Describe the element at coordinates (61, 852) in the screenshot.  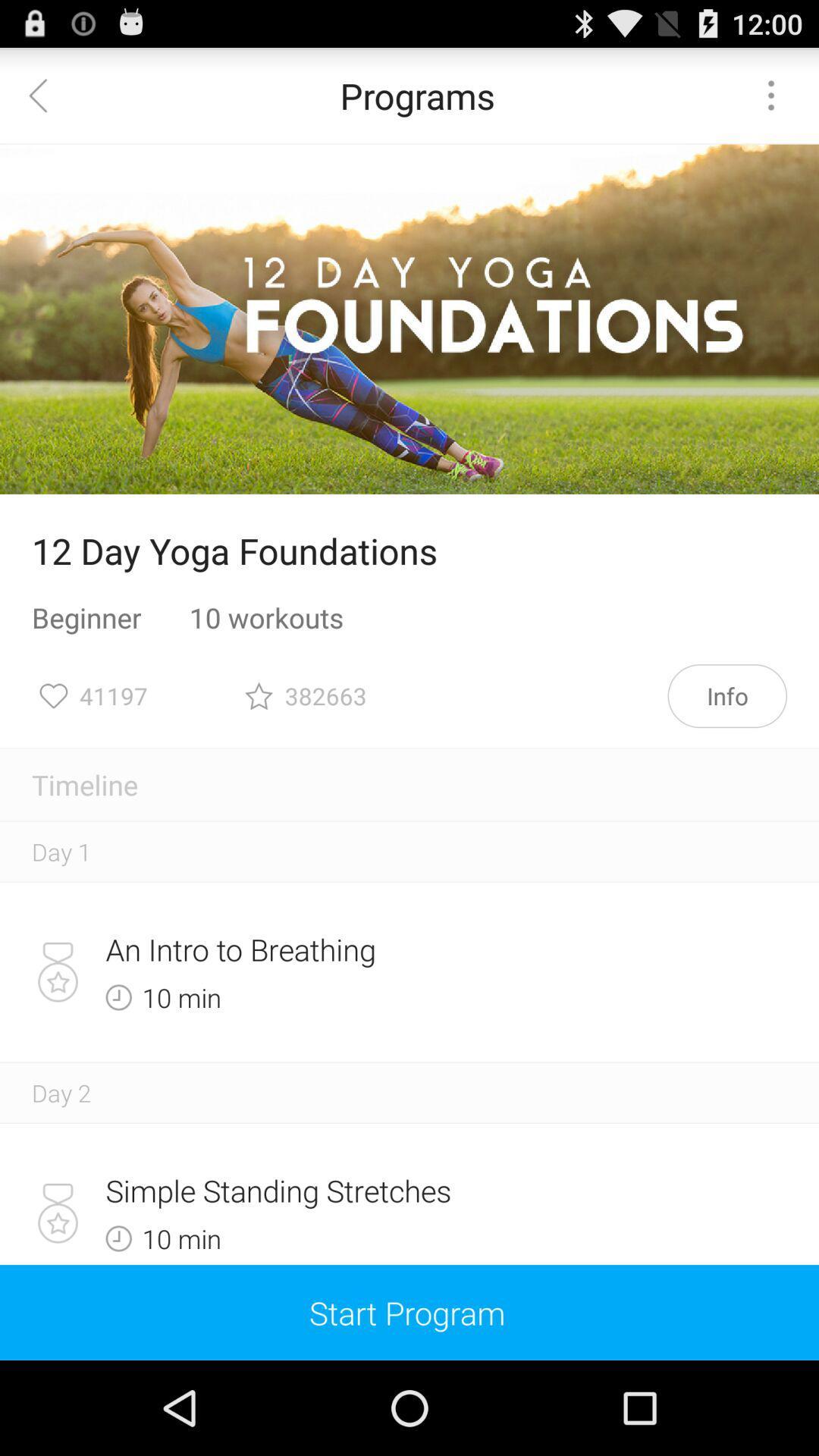
I see `the day 1` at that location.